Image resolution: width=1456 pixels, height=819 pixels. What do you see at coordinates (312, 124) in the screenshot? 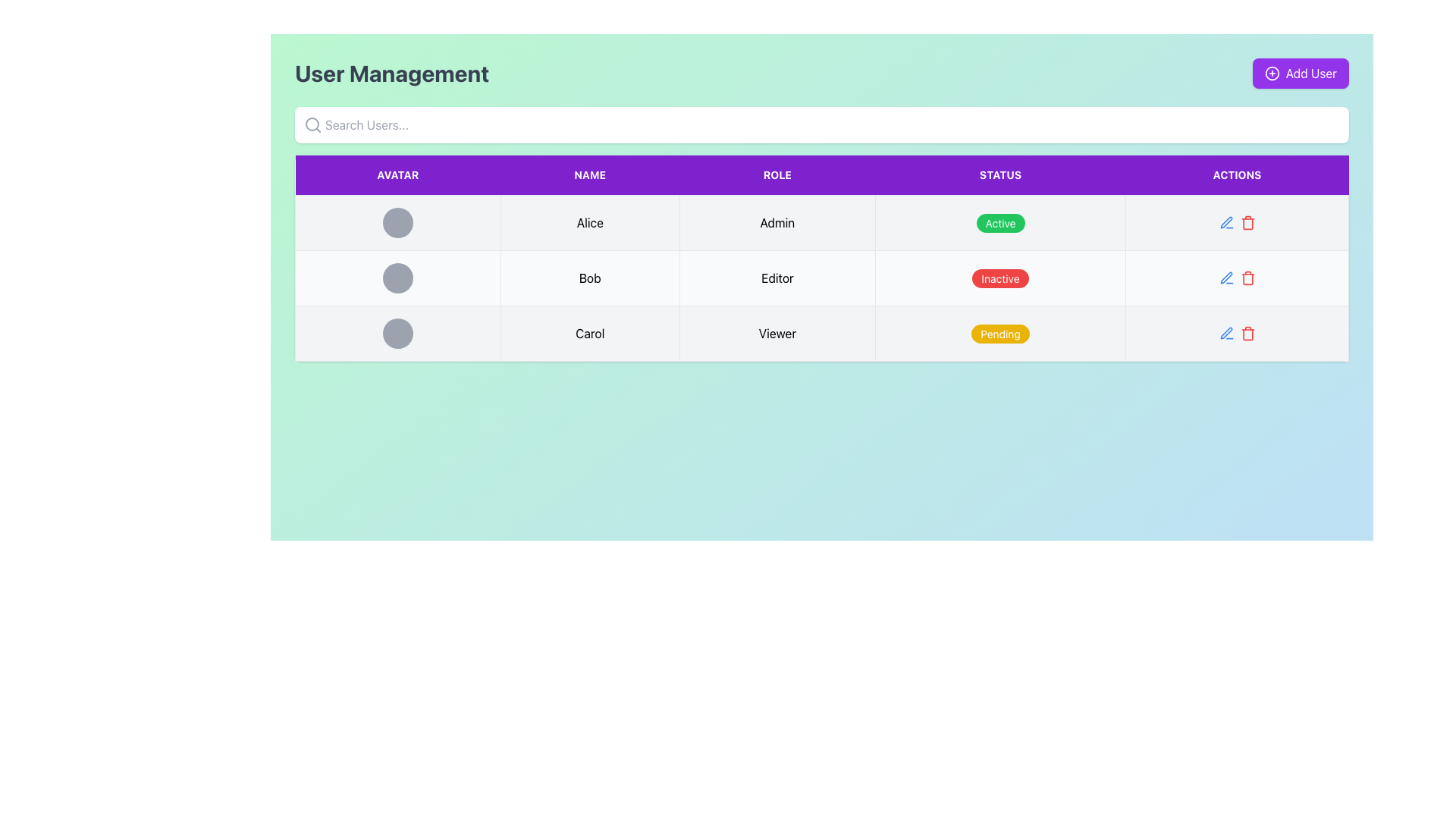
I see `the search icon located inside the search input field labeled 'Search Users...' which is positioned below the 'User Management' header` at bounding box center [312, 124].